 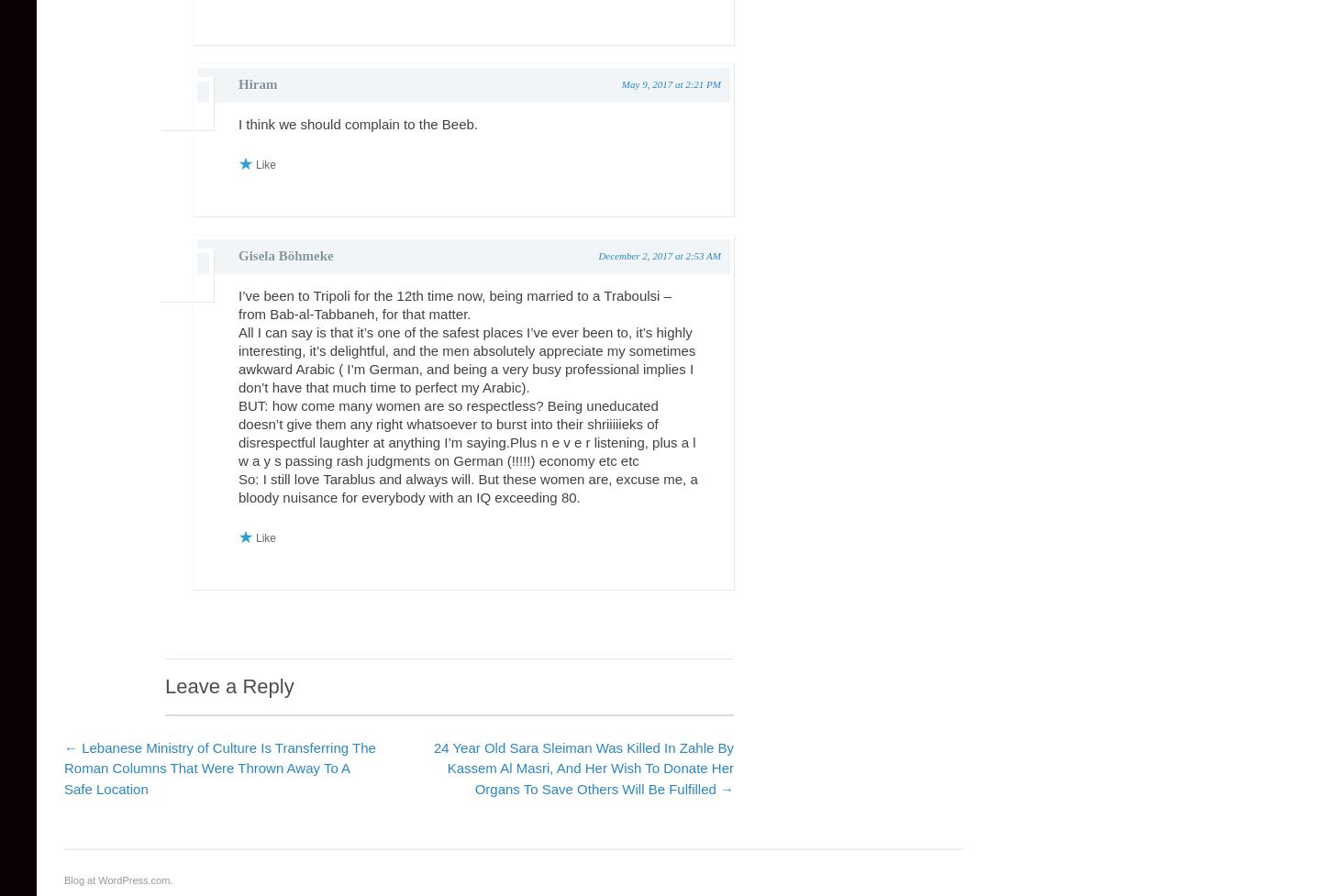 What do you see at coordinates (659, 255) in the screenshot?
I see `'December 2, 2017 at 2:53 AM'` at bounding box center [659, 255].